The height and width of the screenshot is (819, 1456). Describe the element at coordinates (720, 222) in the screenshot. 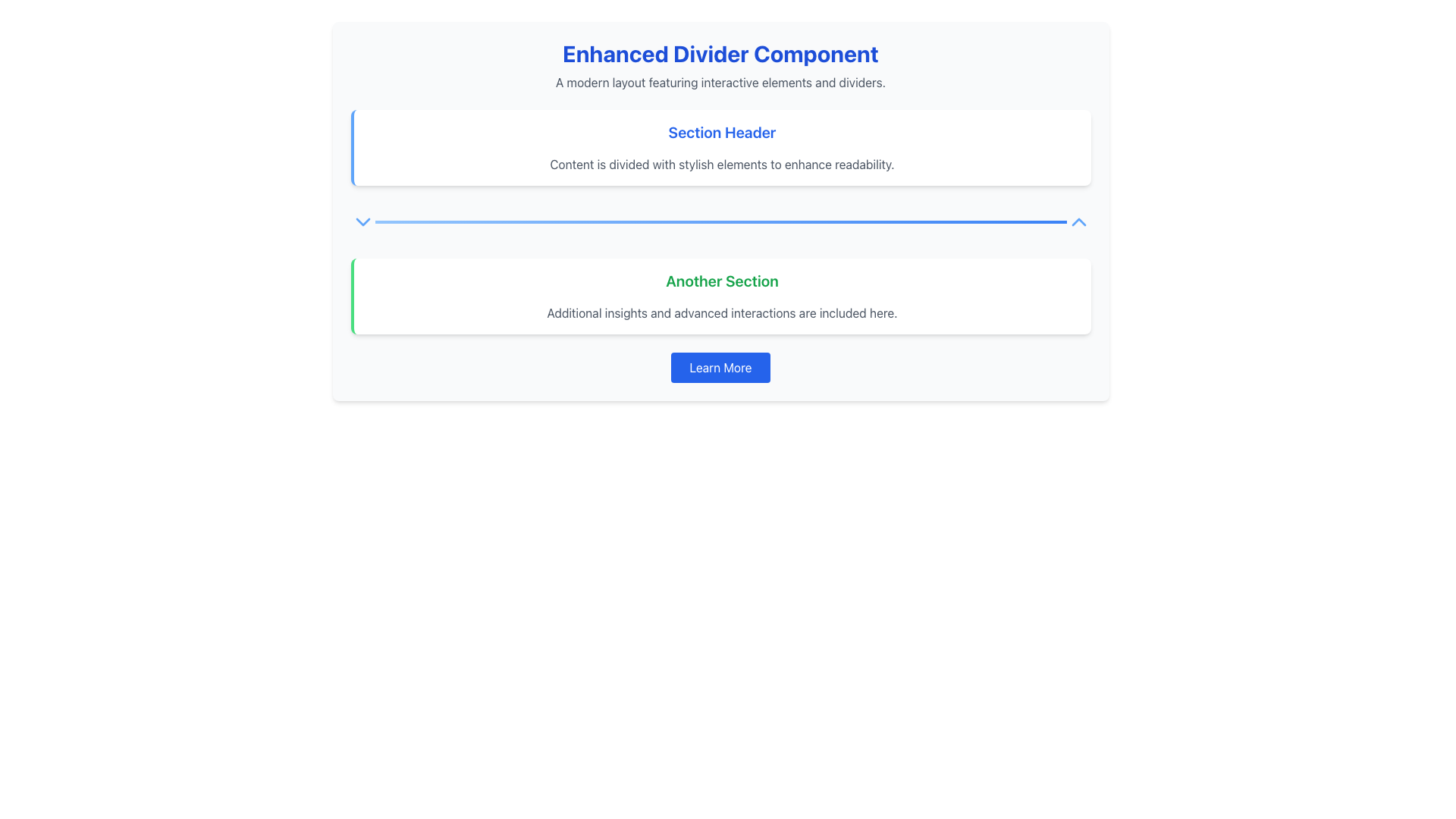

I see `the Horizontal Gradient Divider Line as a visual separator between sections of content, located centrally beneath the downward arrow icon and above the upward arrow icon` at that location.